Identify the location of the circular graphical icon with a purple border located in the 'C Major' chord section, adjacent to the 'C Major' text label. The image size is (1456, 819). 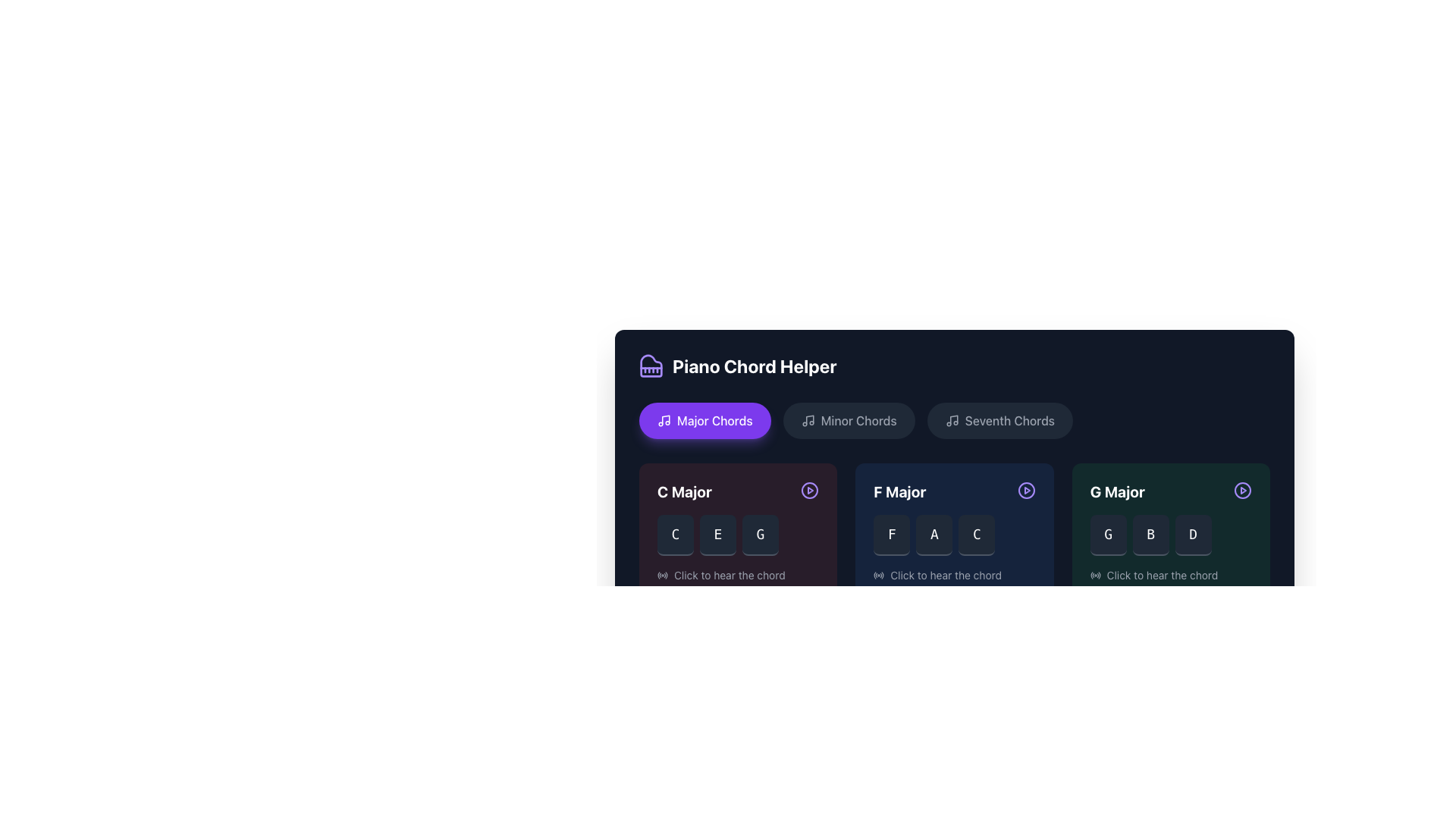
(809, 491).